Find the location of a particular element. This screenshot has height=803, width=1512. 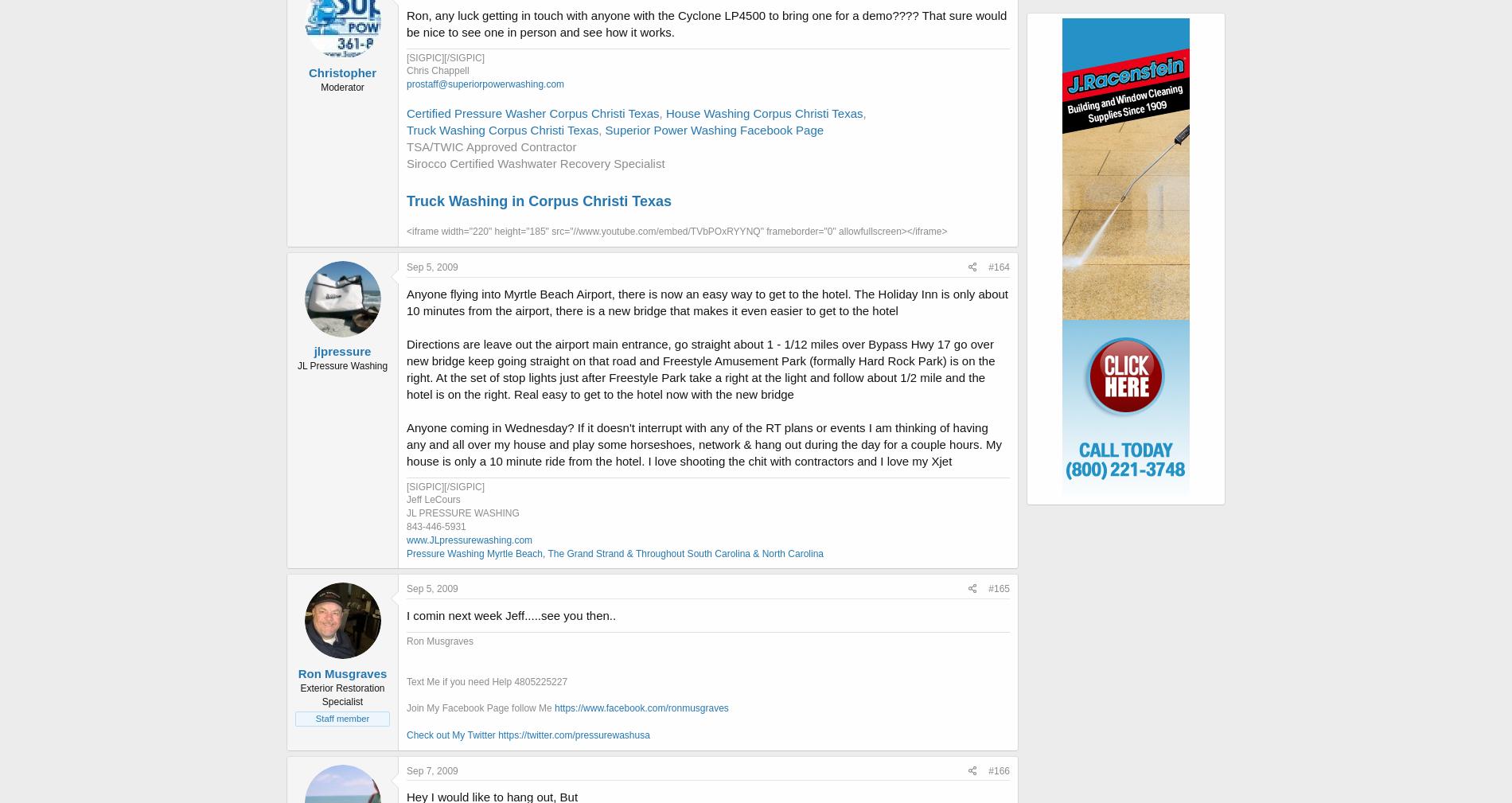

'Text Me if you need Help 4805225227' is located at coordinates (486, 681).